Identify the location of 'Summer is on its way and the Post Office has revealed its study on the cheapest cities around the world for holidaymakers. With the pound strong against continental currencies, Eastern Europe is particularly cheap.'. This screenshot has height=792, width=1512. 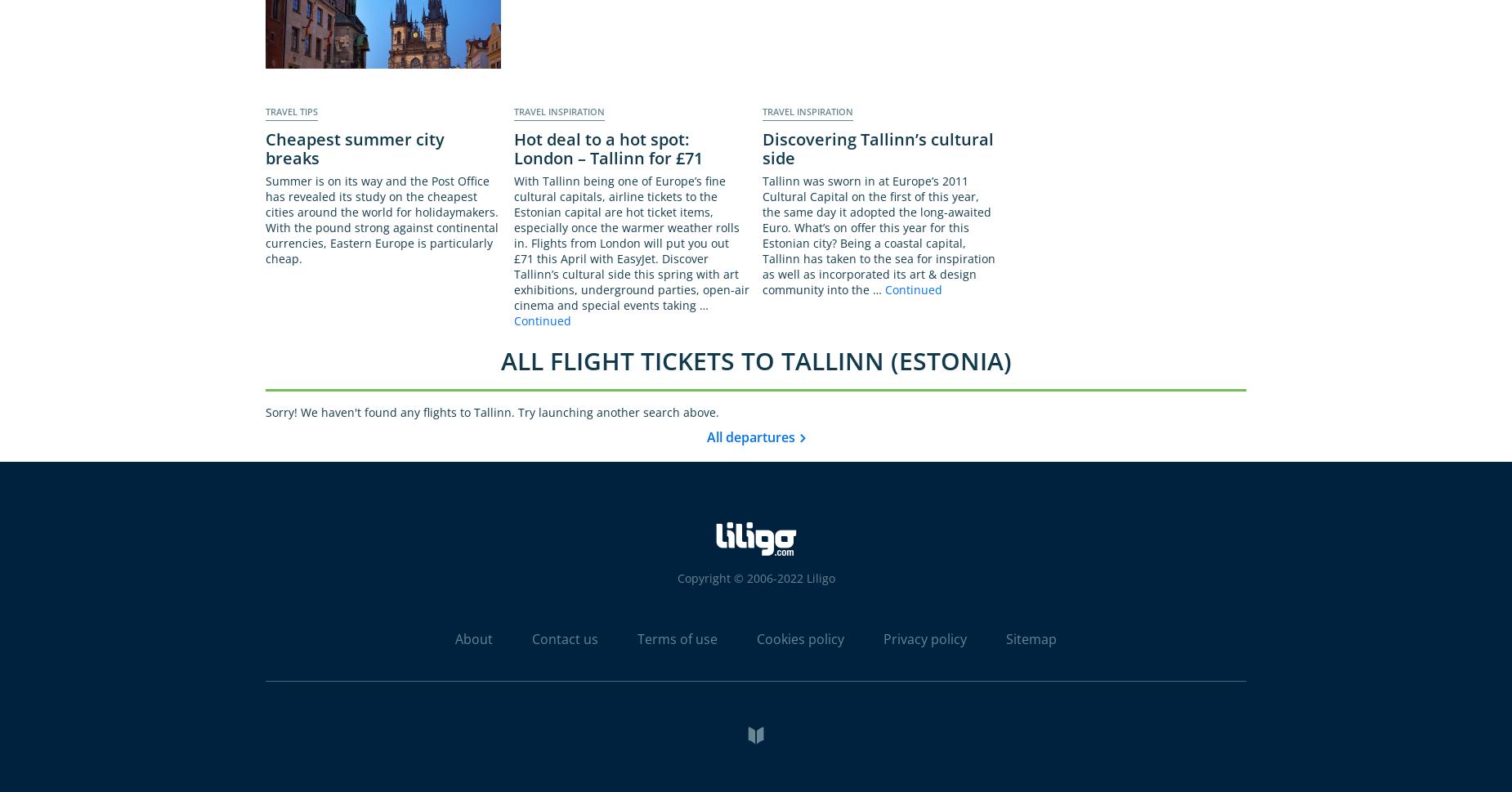
(382, 219).